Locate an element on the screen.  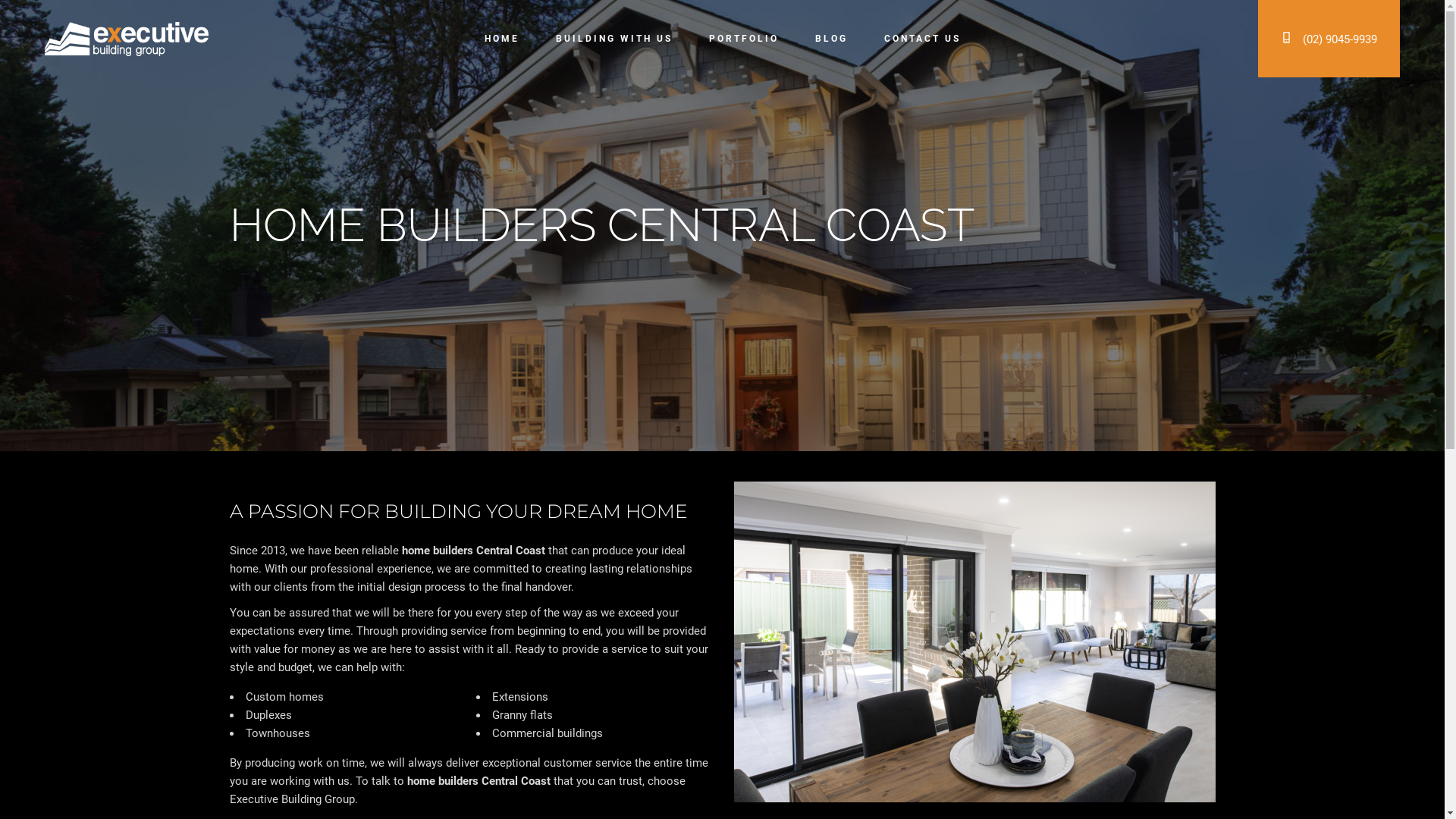
'PORTFOLIO' is located at coordinates (742, 38).